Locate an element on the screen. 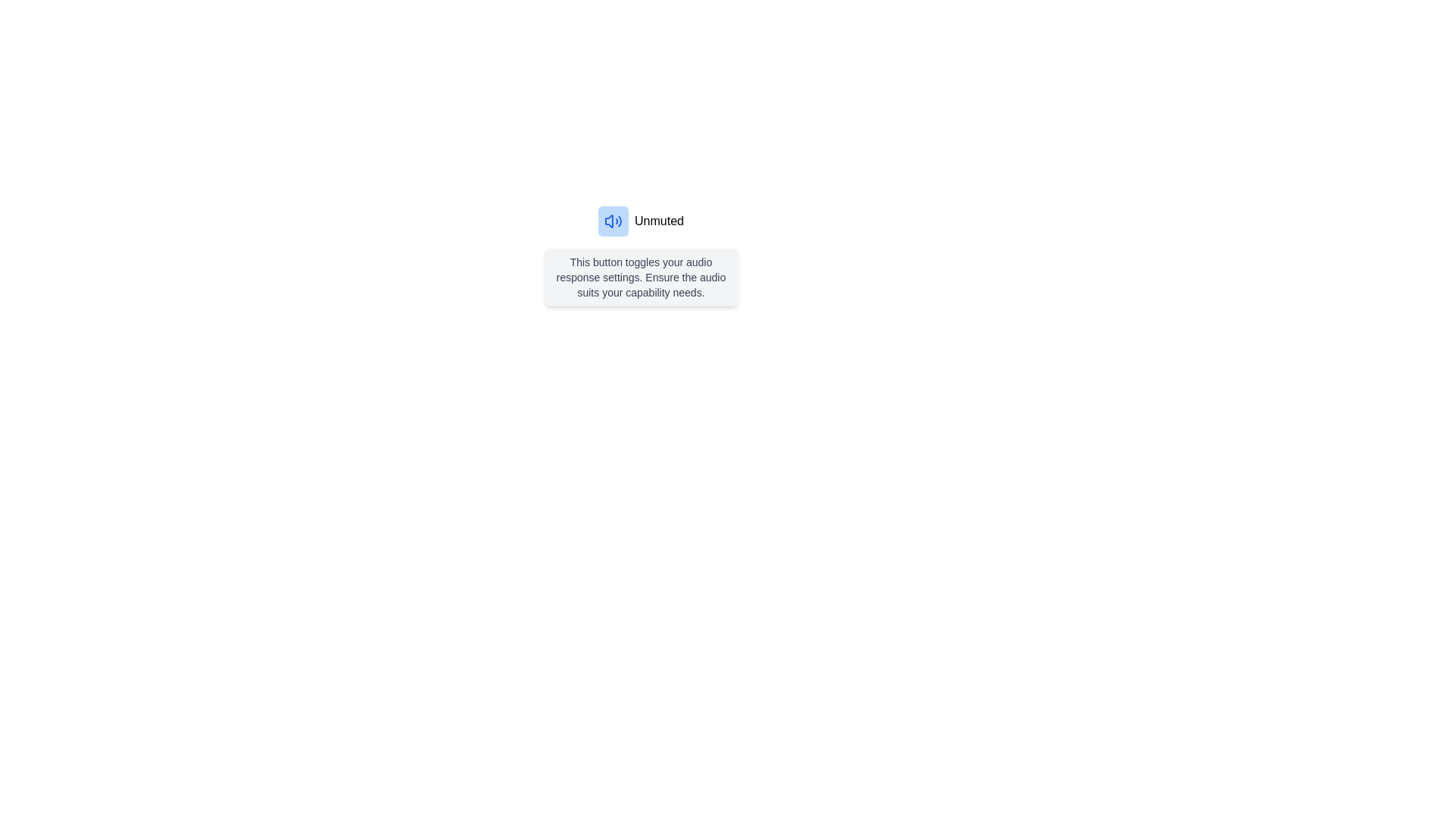 Image resolution: width=1456 pixels, height=819 pixels. the blue speaker icon with sound waves, located within the light blue rounded rectangular button labeled 'Unmuted' is located at coordinates (613, 221).